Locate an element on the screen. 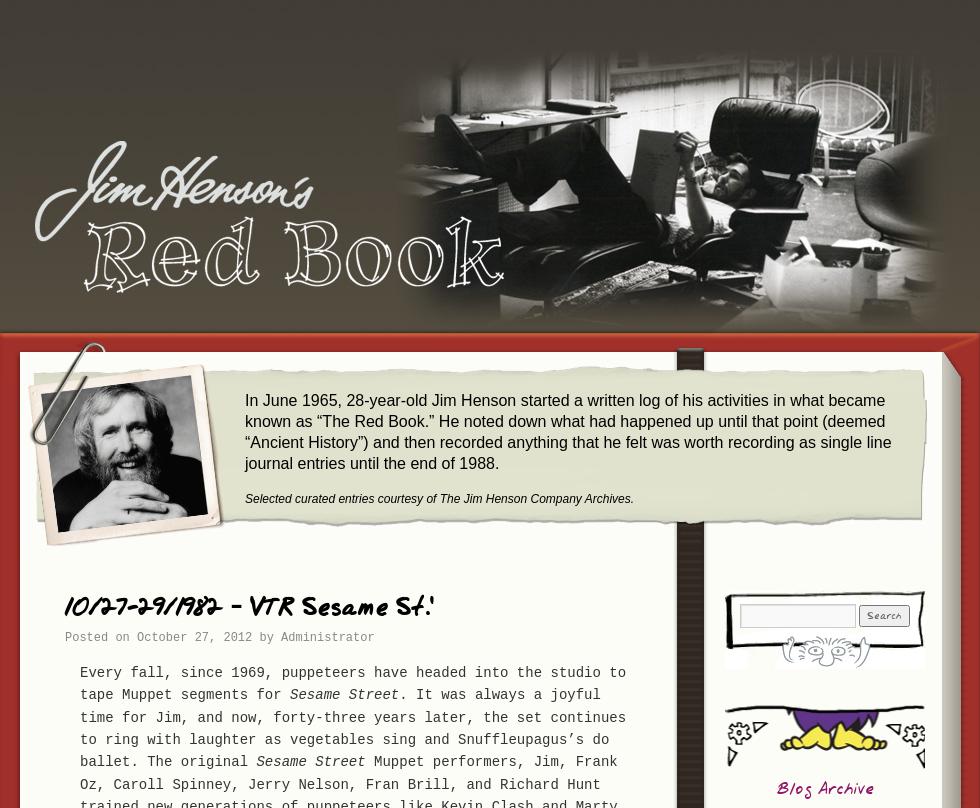 Image resolution: width=980 pixels, height=808 pixels. '. It was always a joyful time for Jim, and now, forty-three years later, the set continues to ring with laughter as vegetables sing and Snuffleupagus’s do ballet. The original' is located at coordinates (352, 727).